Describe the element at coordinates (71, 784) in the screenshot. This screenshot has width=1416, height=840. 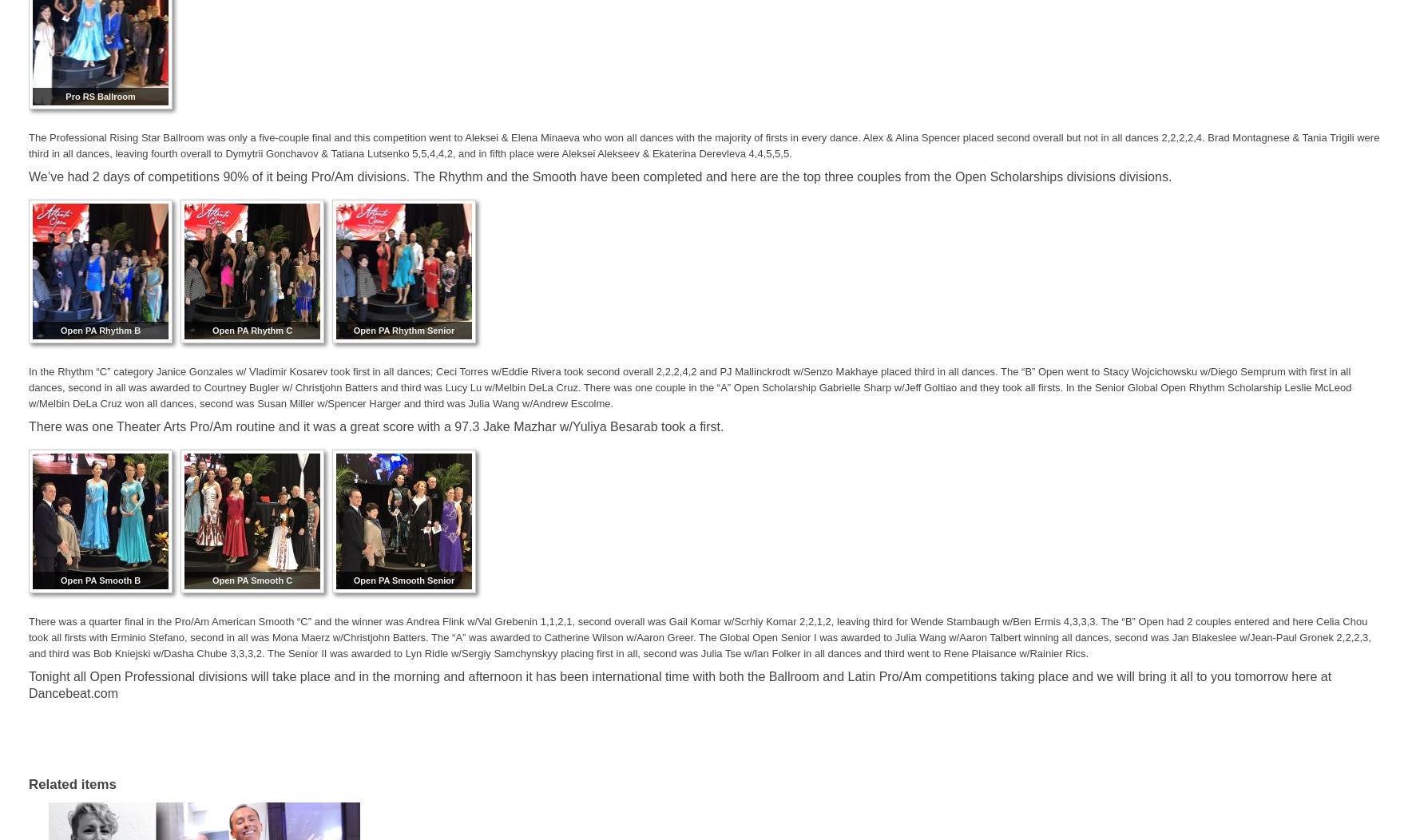
I see `'Related items'` at that location.